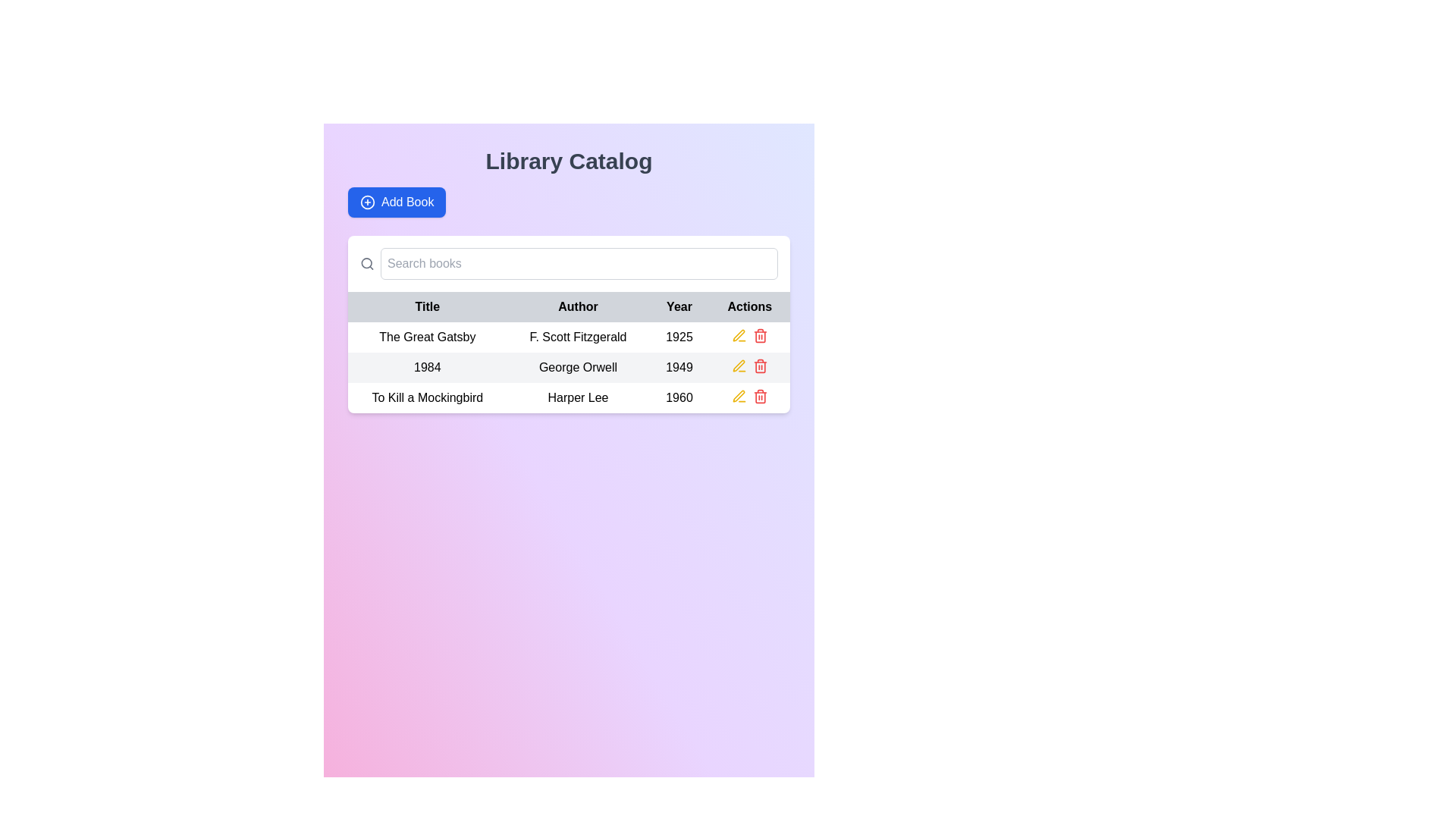 This screenshot has height=819, width=1456. I want to click on the 'Add Book' button, which has a blue background, rounded corners, and white text with a plus sign icon, to observe the hover effect, so click(397, 201).